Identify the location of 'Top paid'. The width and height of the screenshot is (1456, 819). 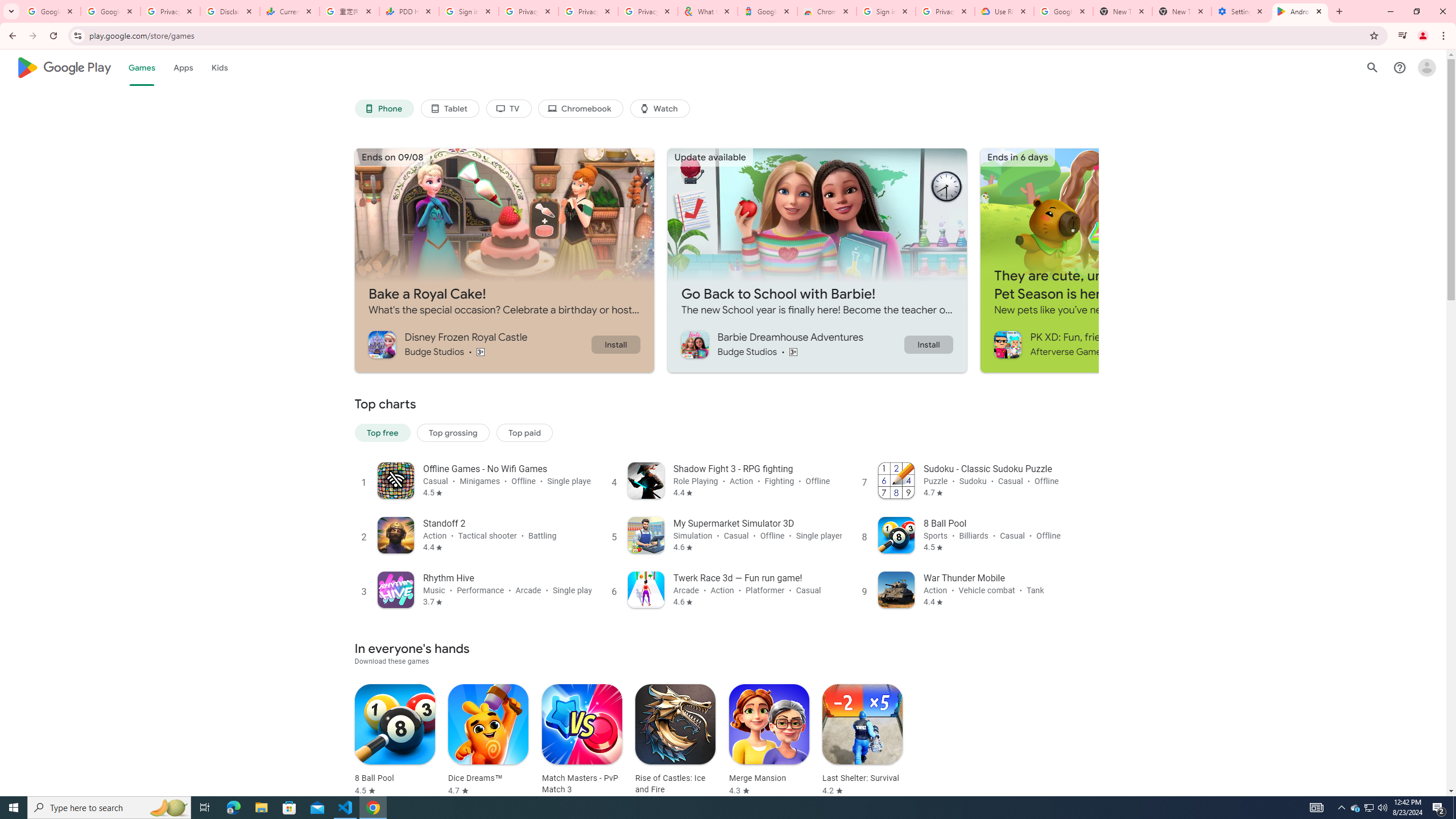
(524, 433).